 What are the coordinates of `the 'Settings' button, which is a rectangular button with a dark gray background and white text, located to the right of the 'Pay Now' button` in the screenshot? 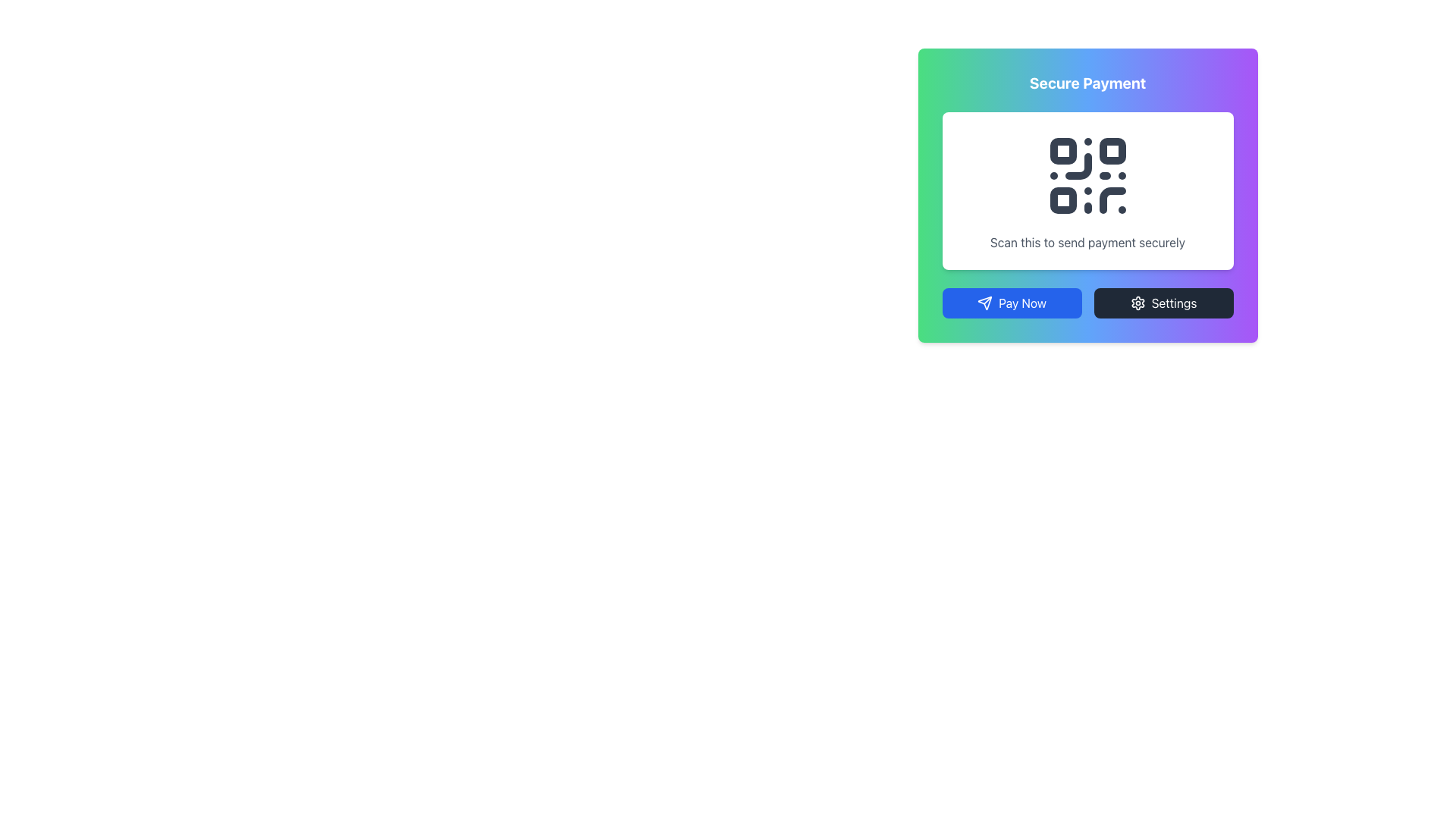 It's located at (1163, 303).